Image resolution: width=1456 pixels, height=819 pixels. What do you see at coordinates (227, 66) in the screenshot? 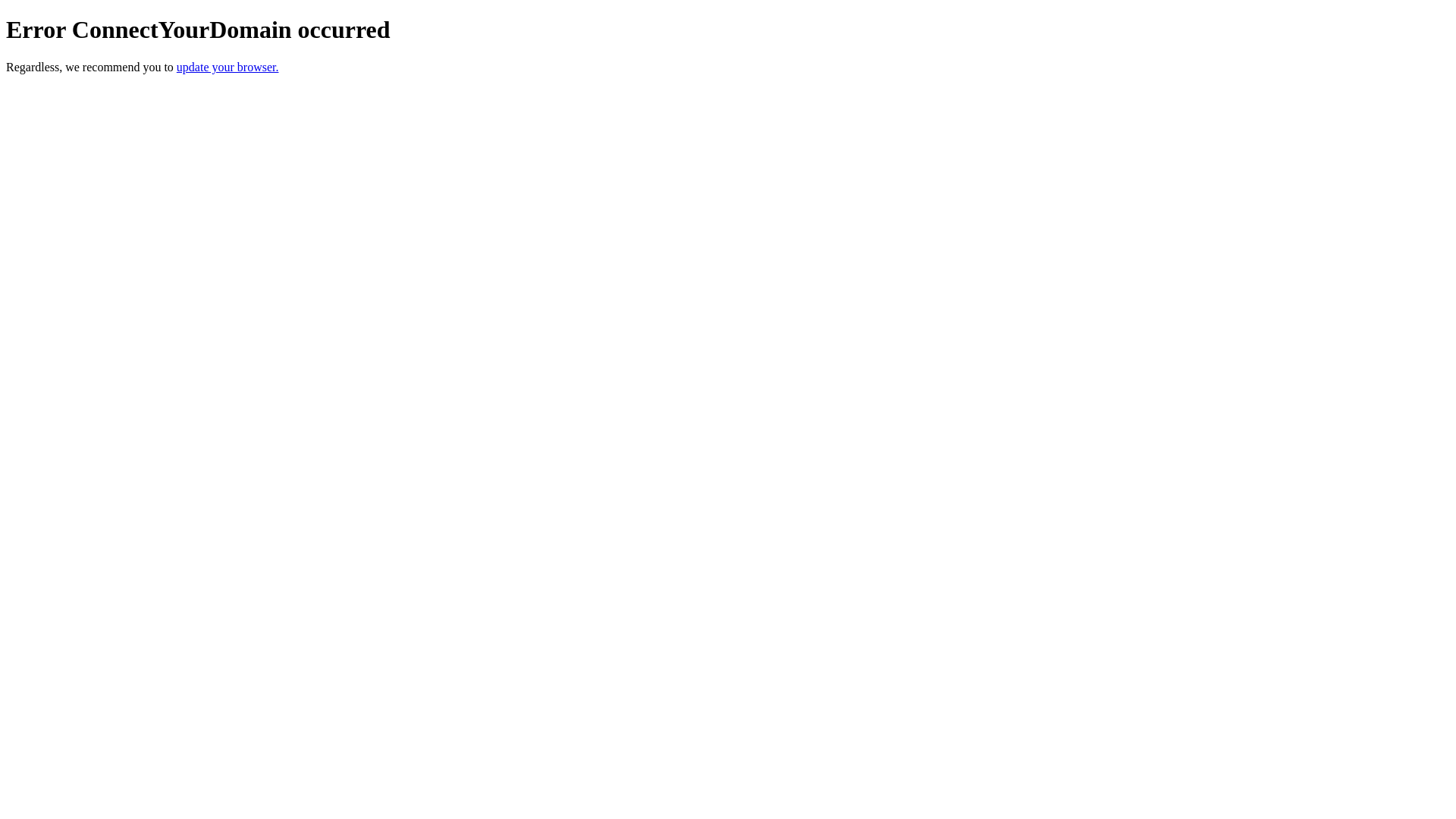
I see `'update your browser.'` at bounding box center [227, 66].